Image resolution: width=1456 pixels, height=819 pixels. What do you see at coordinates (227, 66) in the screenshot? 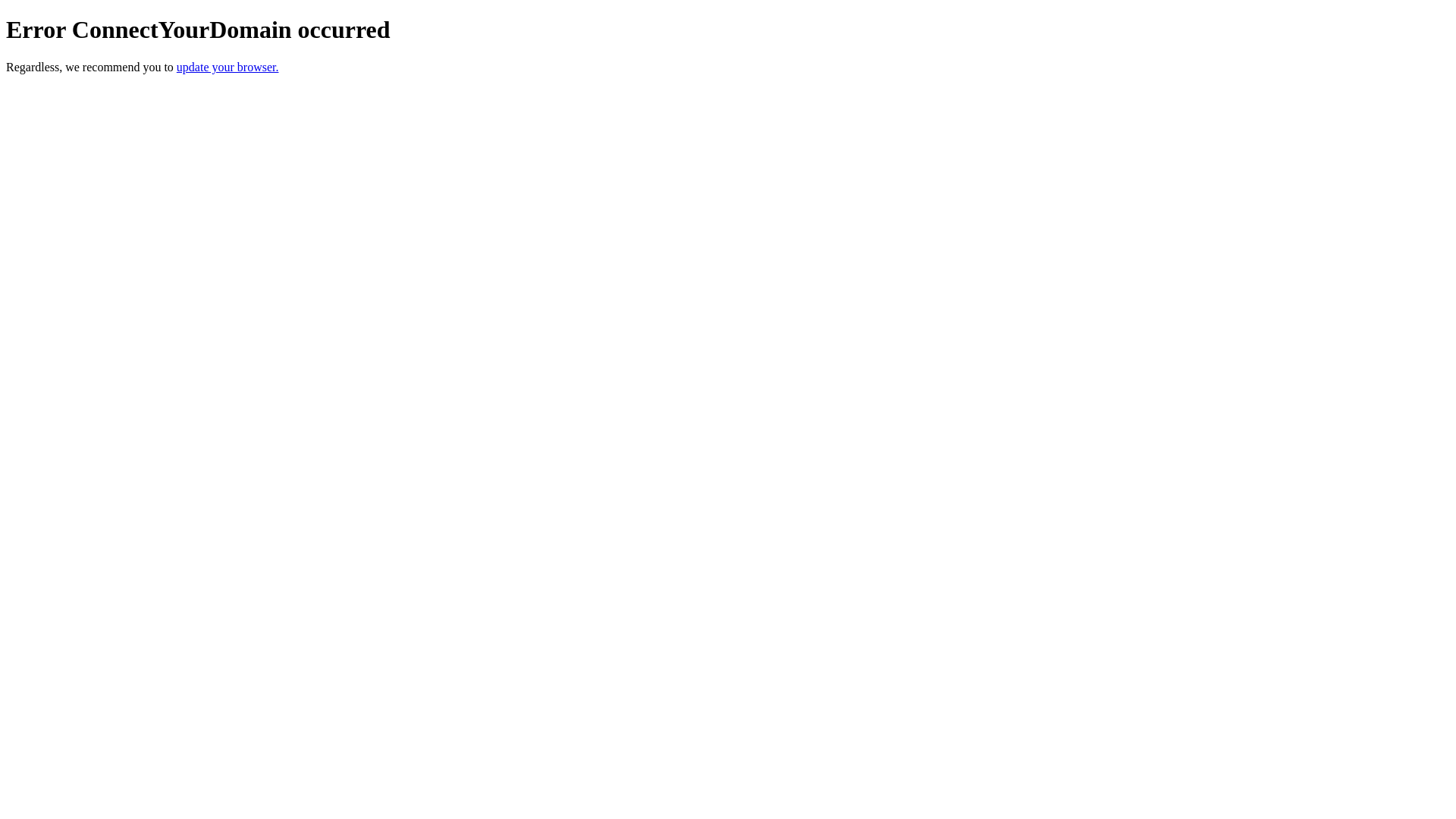
I see `'update your browser.'` at bounding box center [227, 66].